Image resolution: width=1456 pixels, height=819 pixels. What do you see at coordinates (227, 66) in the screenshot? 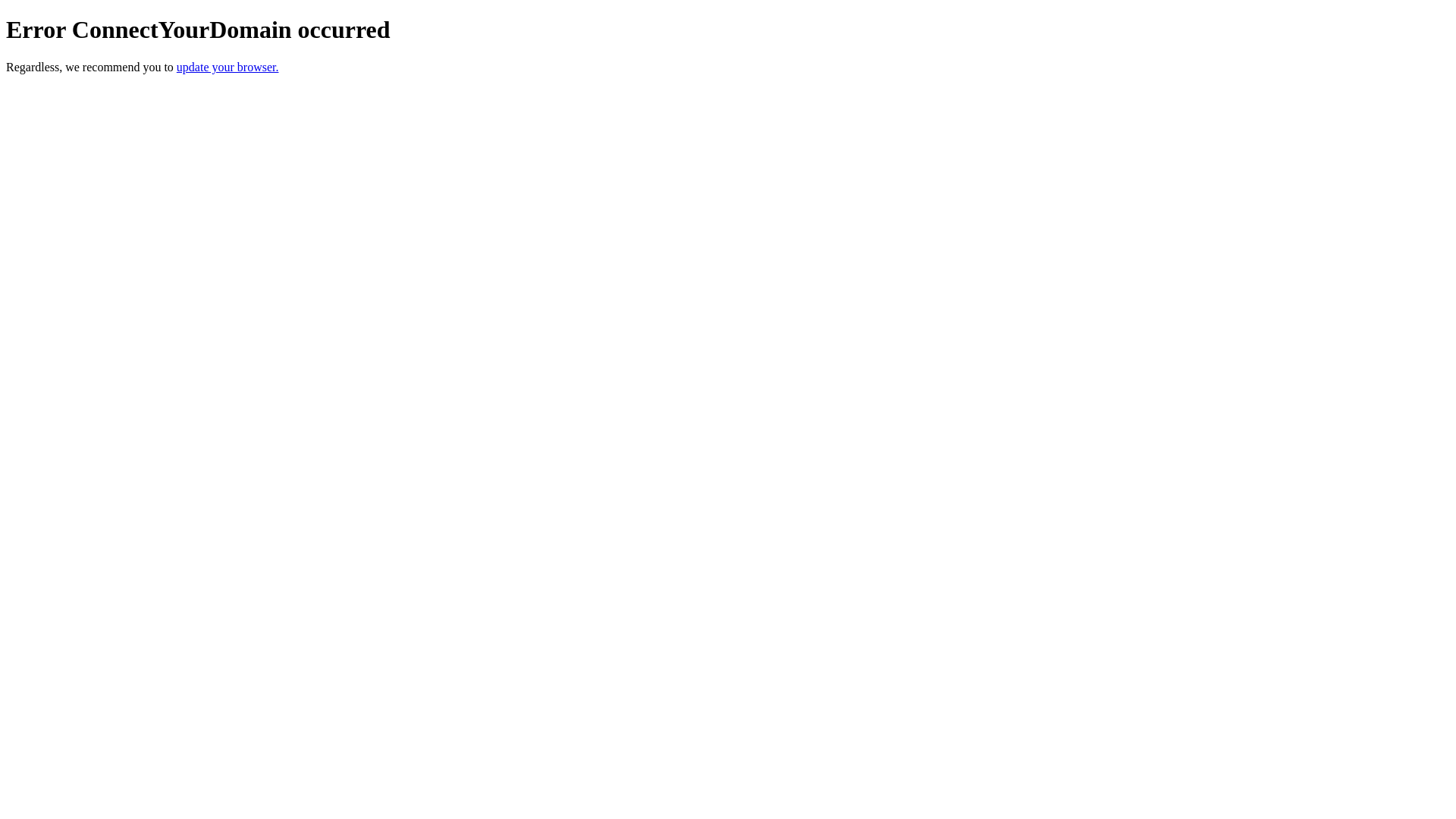
I see `'update your browser.'` at bounding box center [227, 66].